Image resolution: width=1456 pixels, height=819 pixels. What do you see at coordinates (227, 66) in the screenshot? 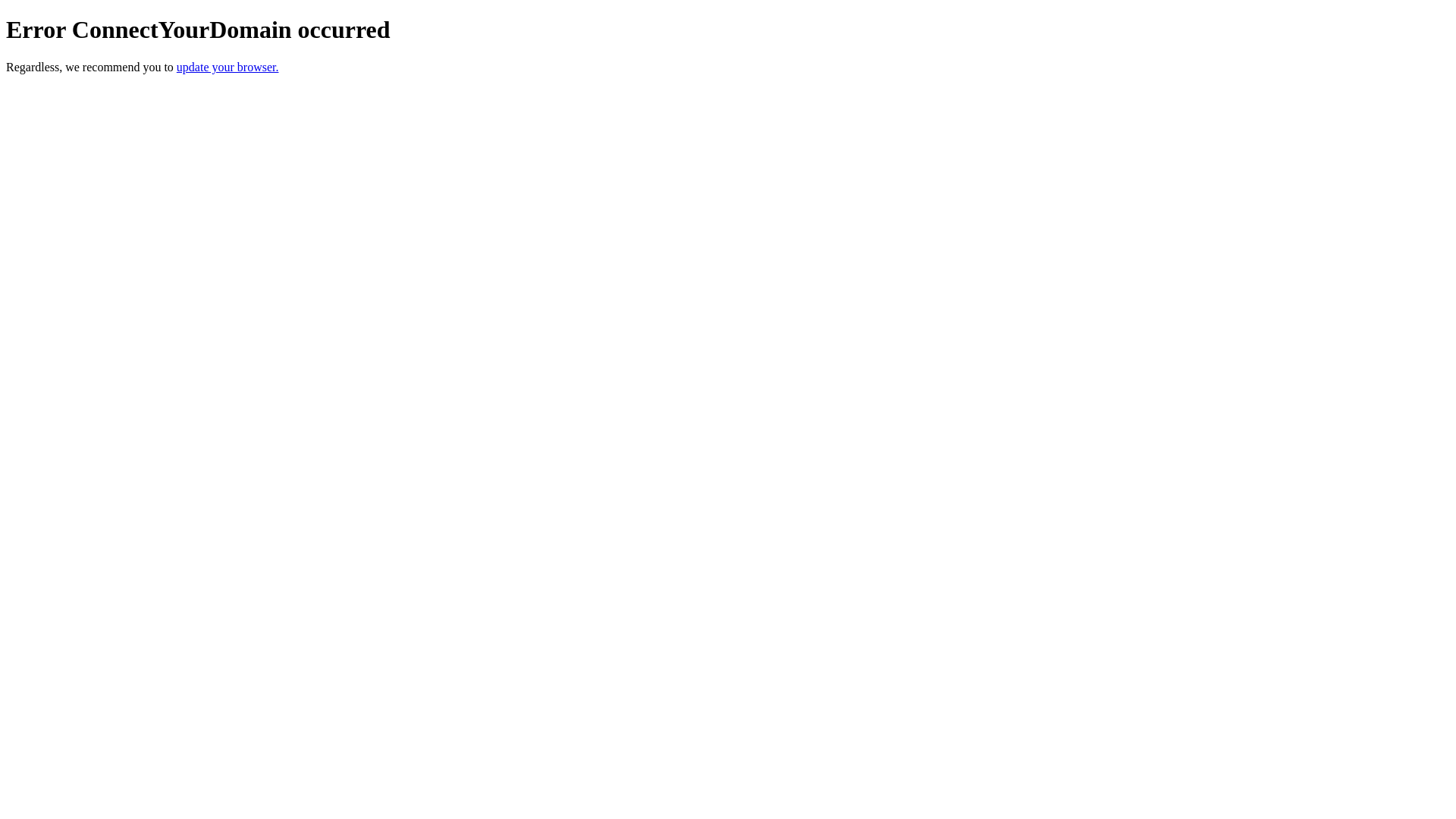
I see `'update your browser.'` at bounding box center [227, 66].